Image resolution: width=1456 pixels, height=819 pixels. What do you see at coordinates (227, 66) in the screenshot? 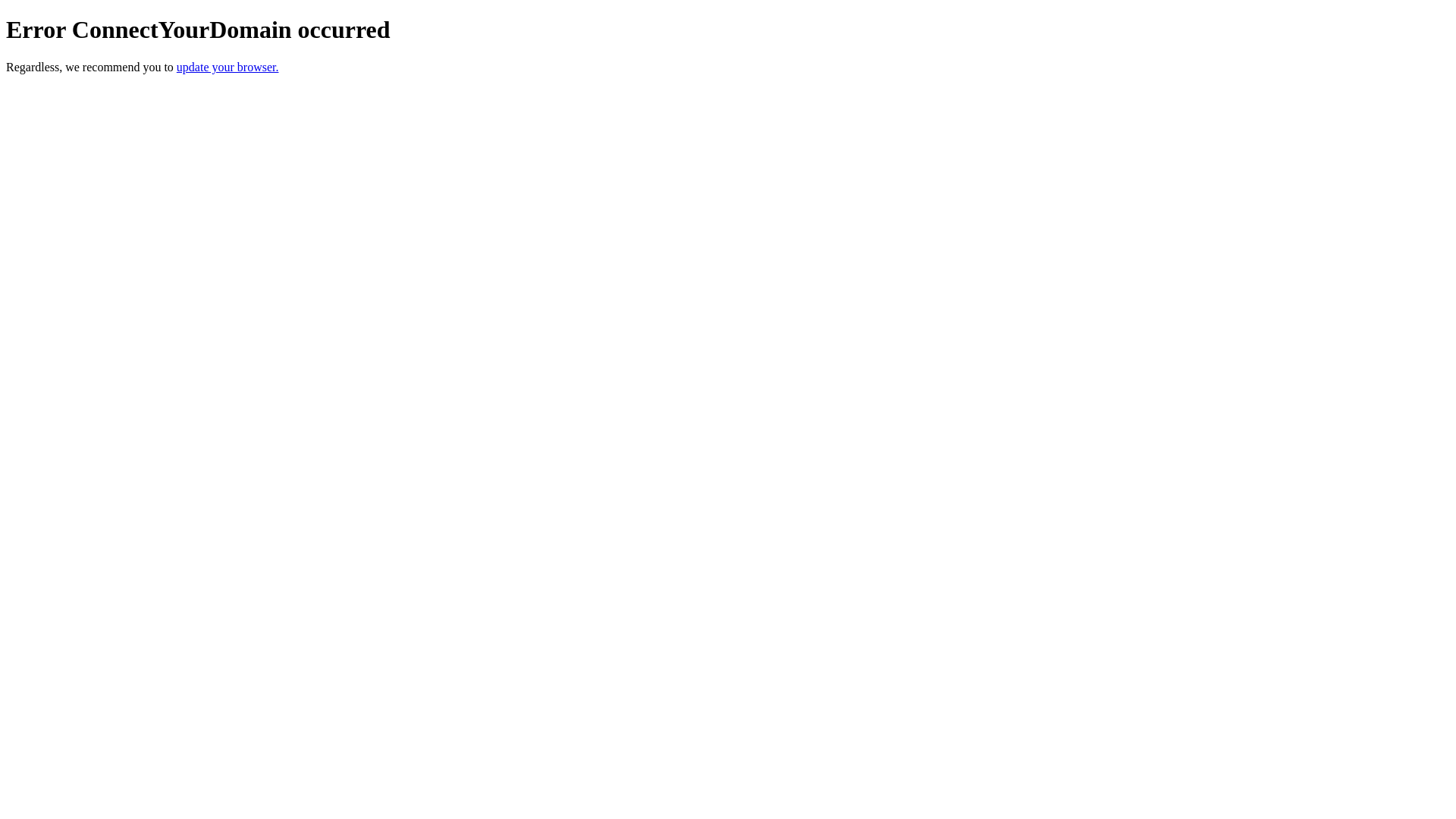
I see `'update your browser.'` at bounding box center [227, 66].